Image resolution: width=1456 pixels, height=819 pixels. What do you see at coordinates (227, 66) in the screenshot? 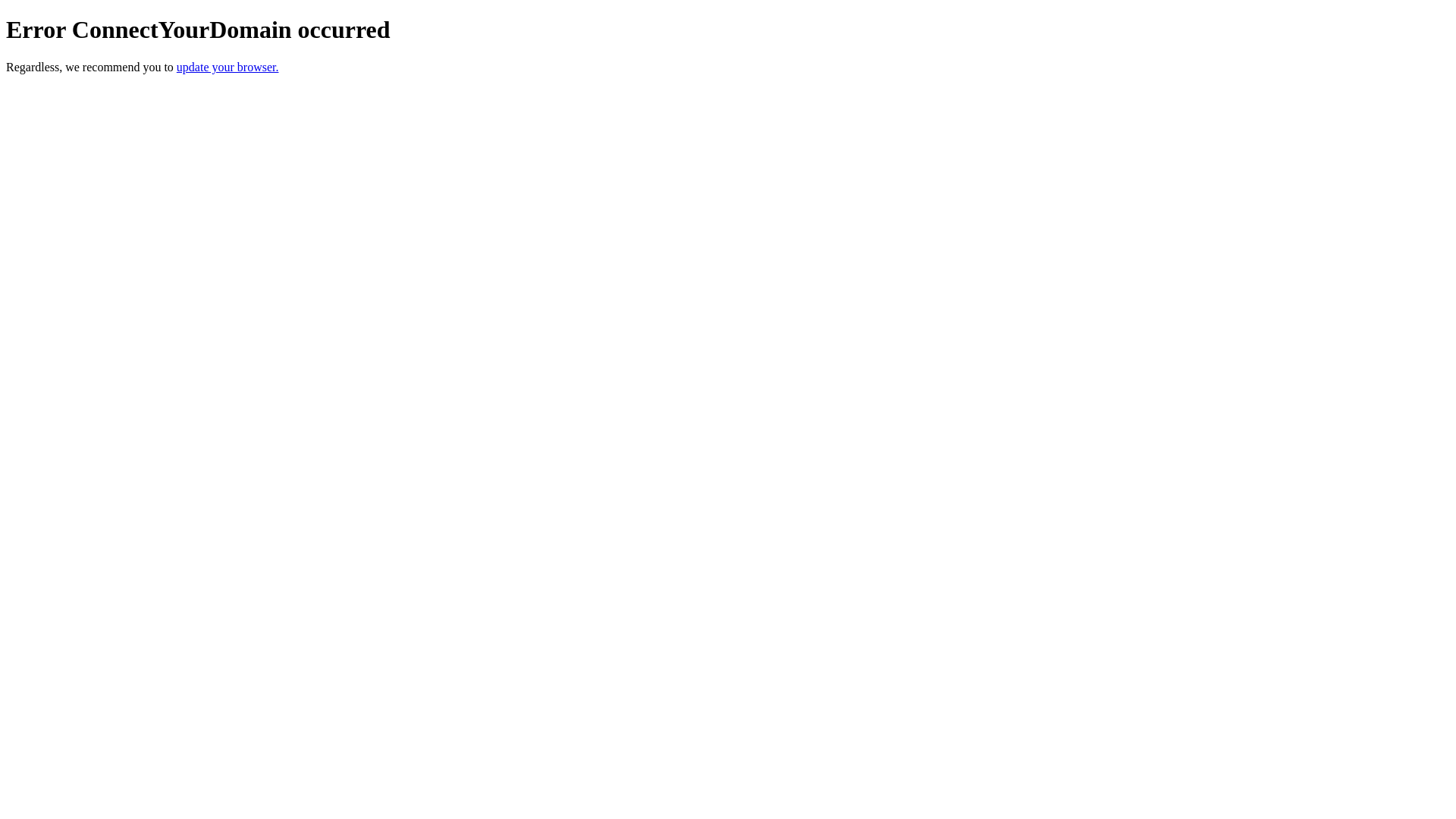
I see `'update your browser.'` at bounding box center [227, 66].